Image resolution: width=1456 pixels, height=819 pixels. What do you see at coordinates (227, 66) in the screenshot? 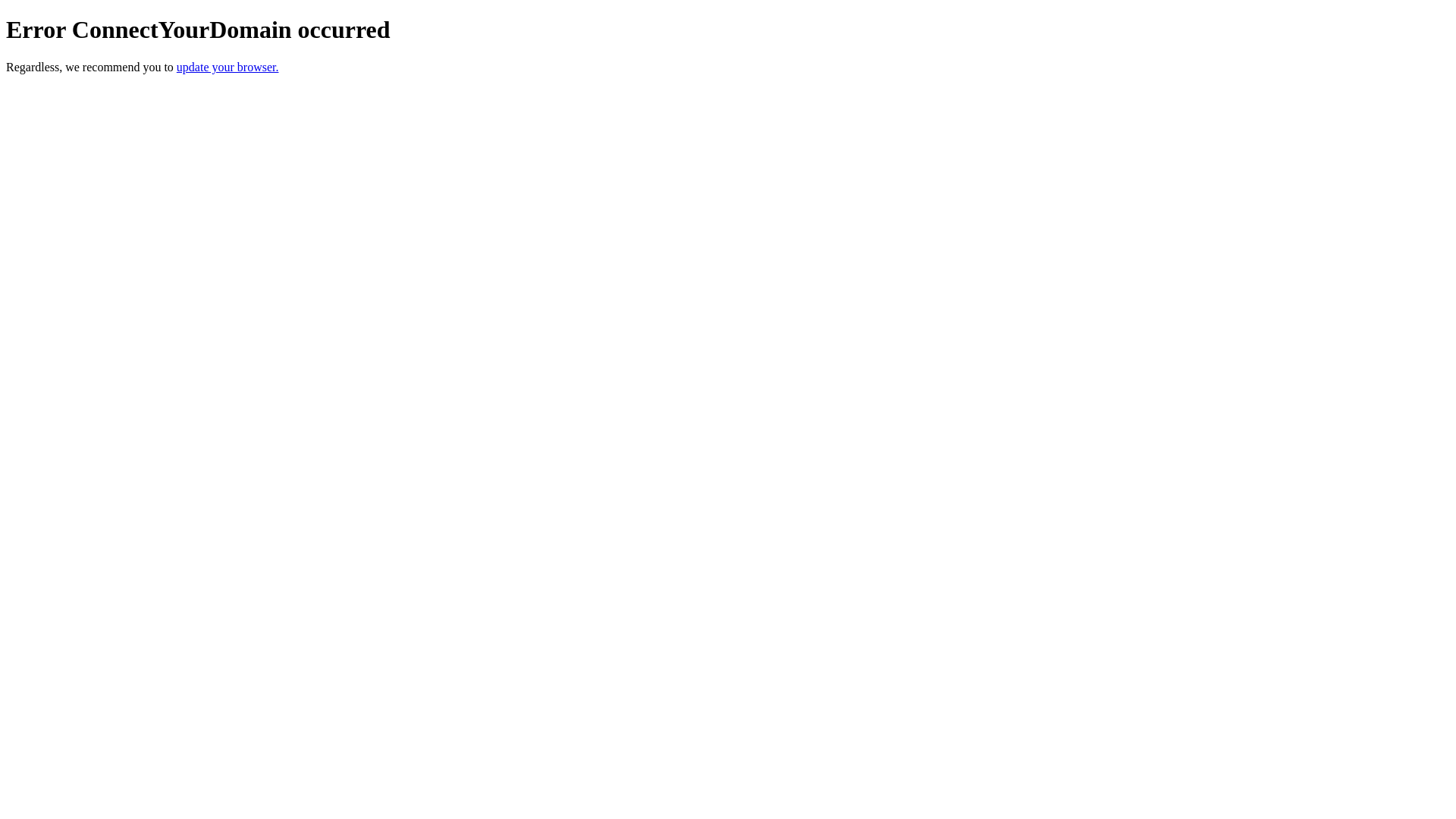
I see `'update your browser.'` at bounding box center [227, 66].